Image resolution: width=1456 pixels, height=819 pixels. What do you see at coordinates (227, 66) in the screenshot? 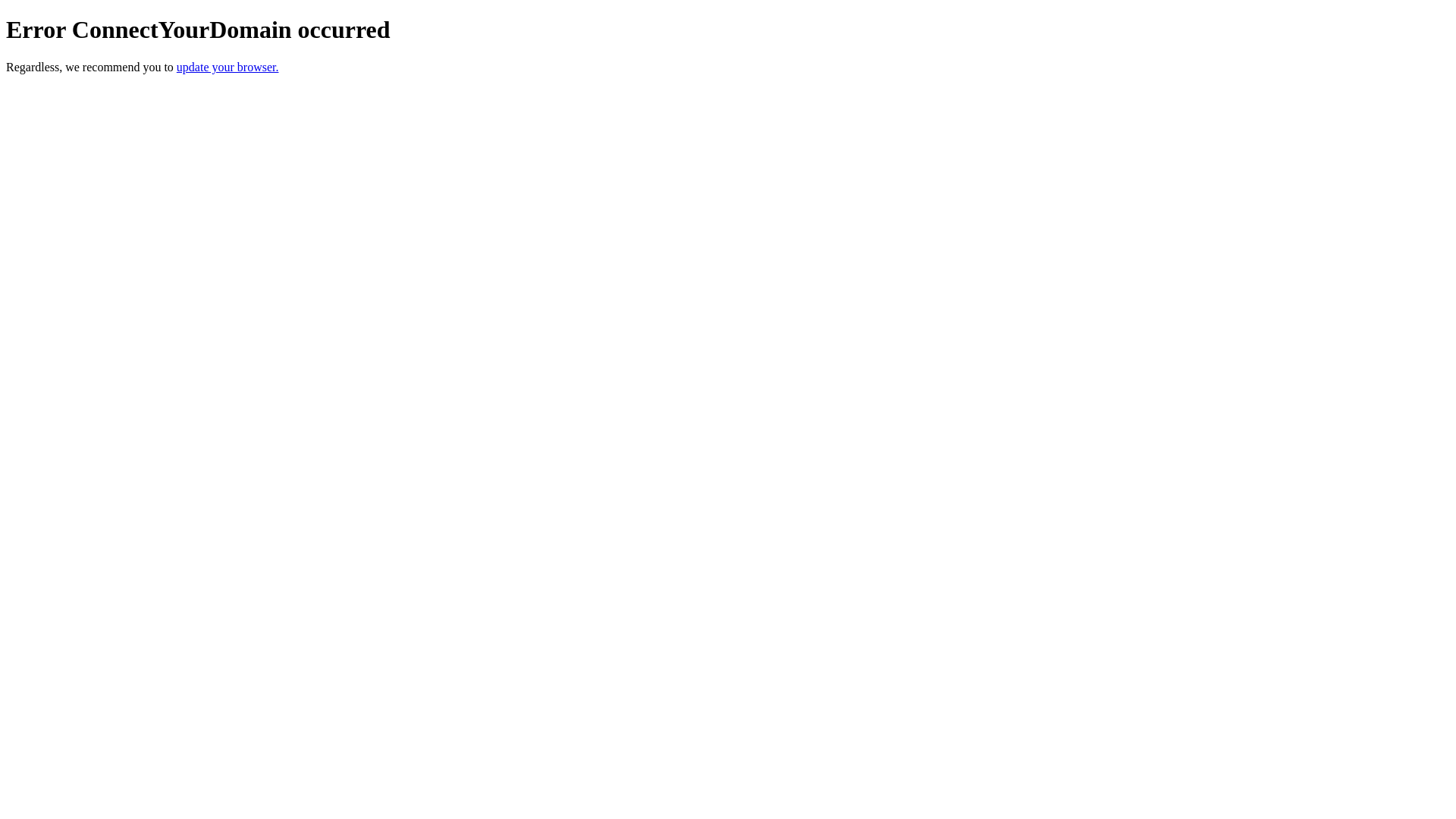
I see `'update your browser.'` at bounding box center [227, 66].